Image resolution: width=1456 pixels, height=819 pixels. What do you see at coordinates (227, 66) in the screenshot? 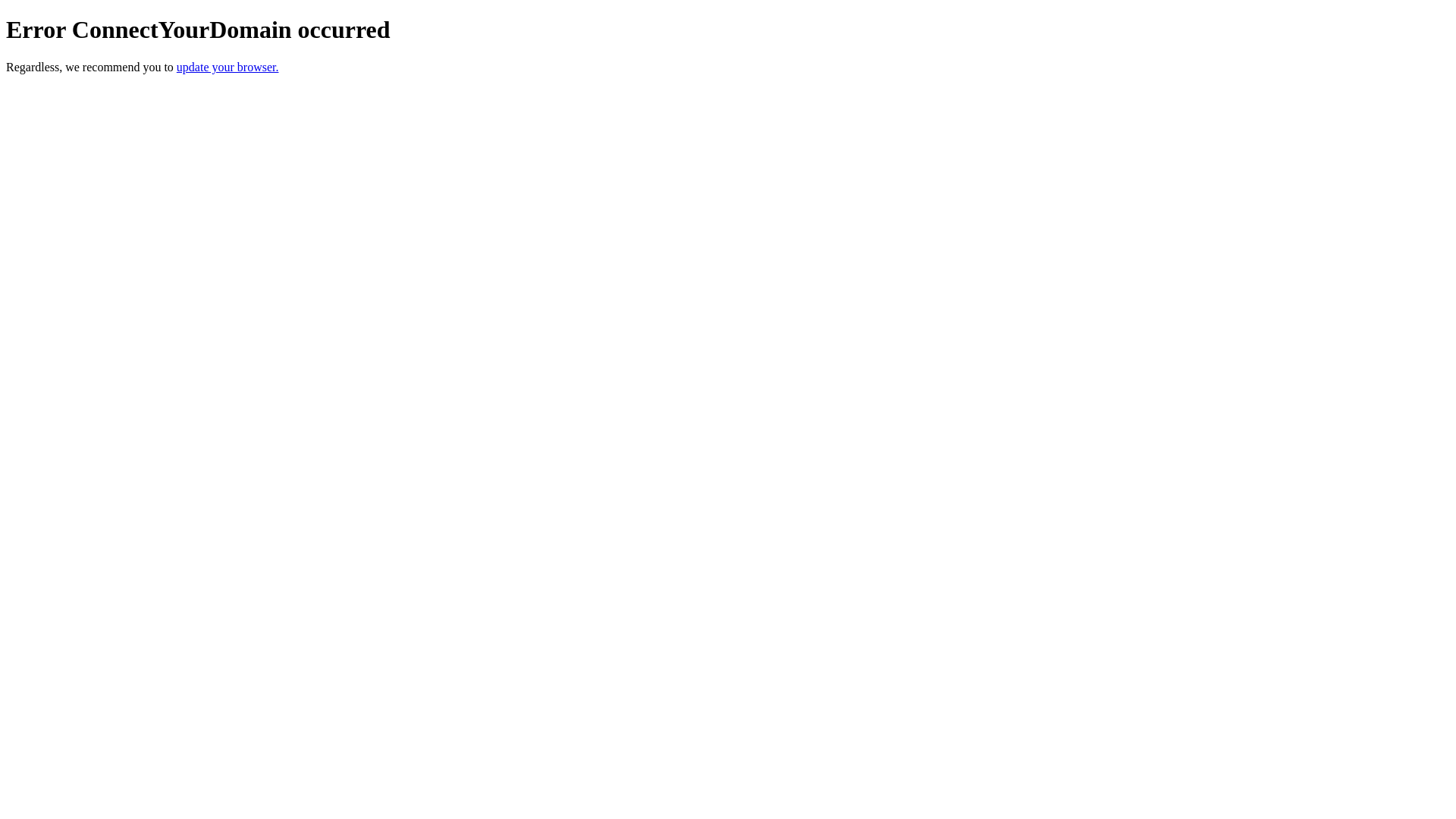
I see `'update your browser.'` at bounding box center [227, 66].